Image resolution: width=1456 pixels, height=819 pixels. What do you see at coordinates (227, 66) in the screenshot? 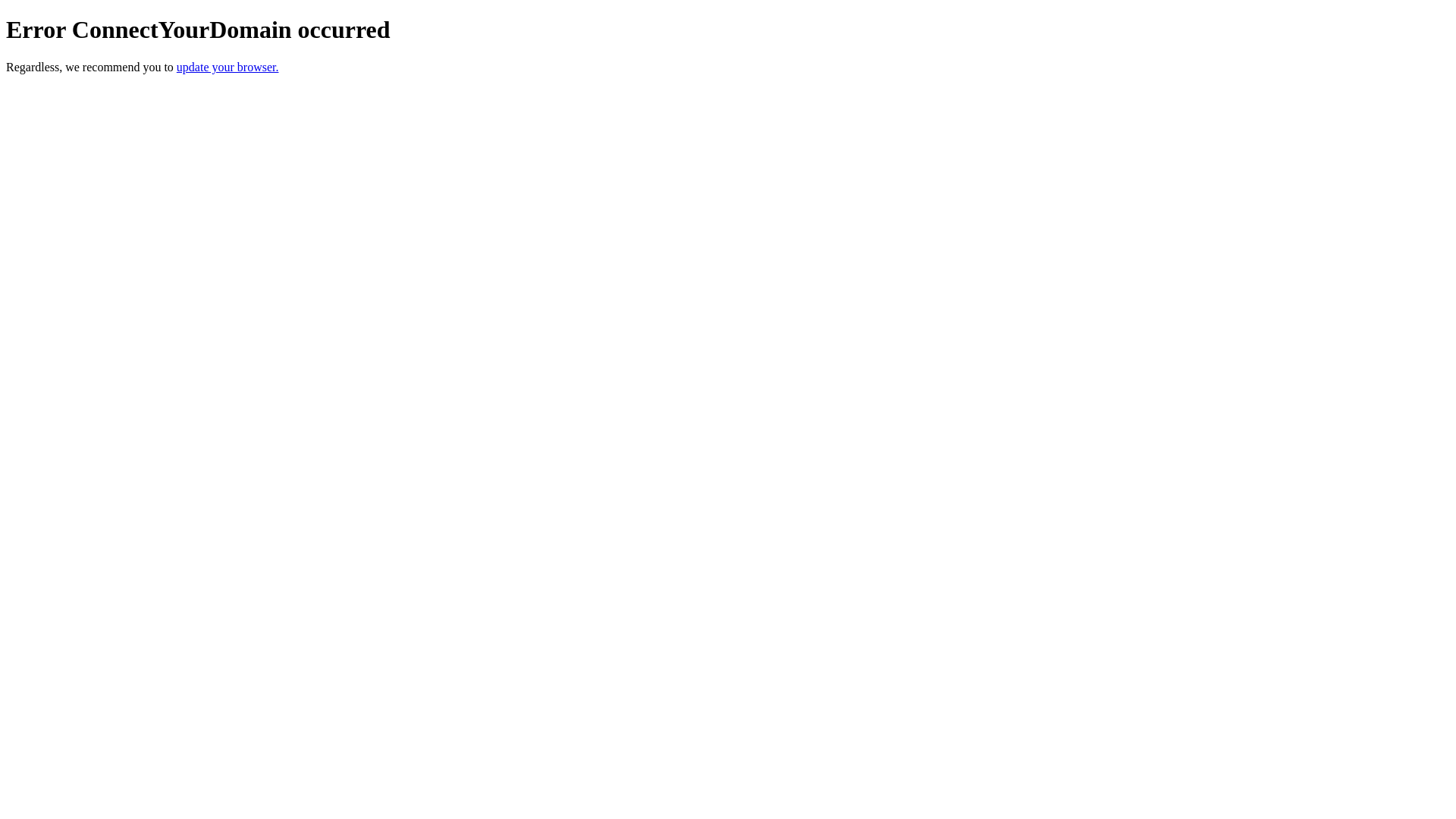
I see `'update your browser.'` at bounding box center [227, 66].